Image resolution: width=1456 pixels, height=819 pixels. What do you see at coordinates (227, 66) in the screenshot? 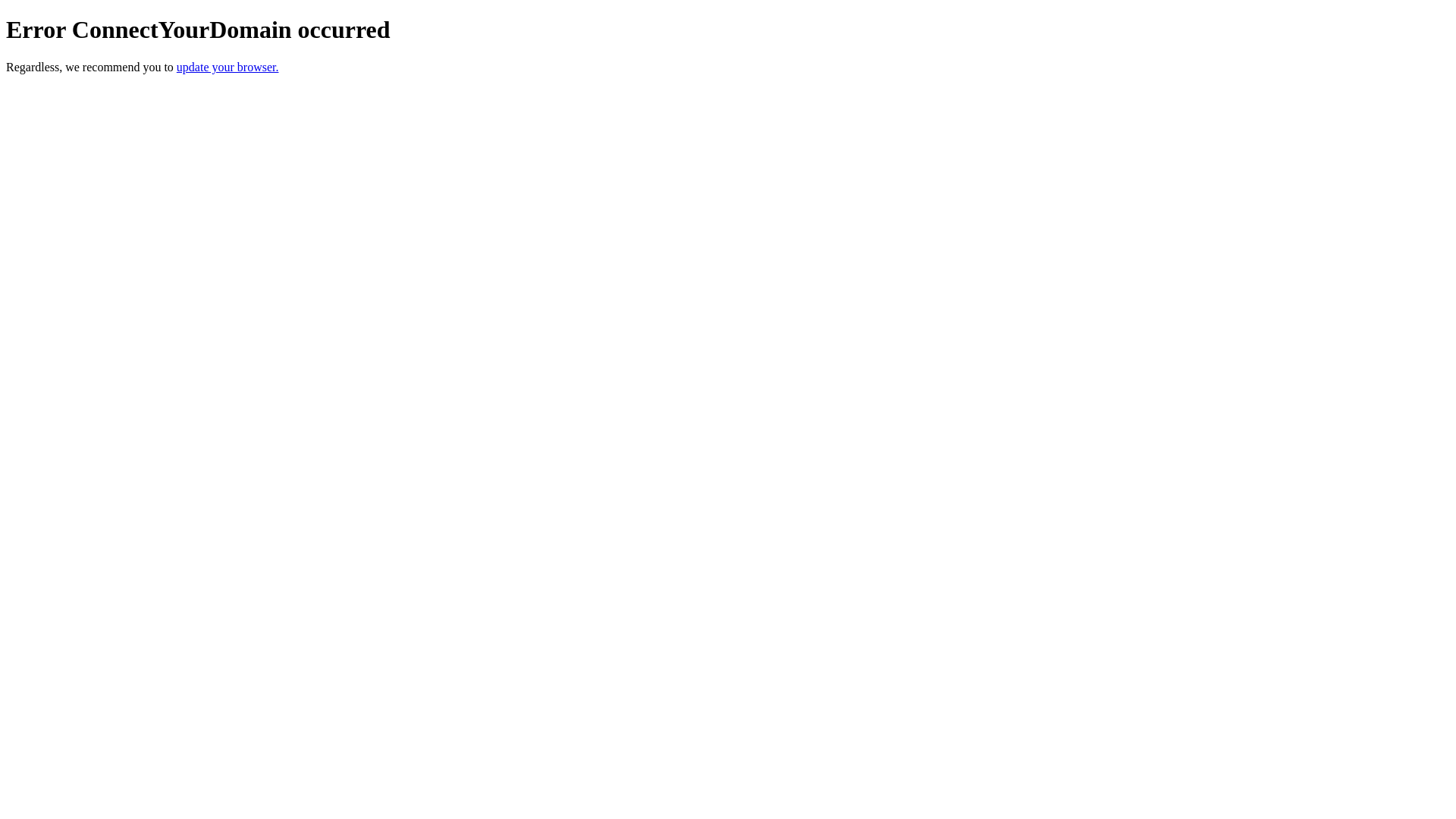
I see `'update your browser.'` at bounding box center [227, 66].